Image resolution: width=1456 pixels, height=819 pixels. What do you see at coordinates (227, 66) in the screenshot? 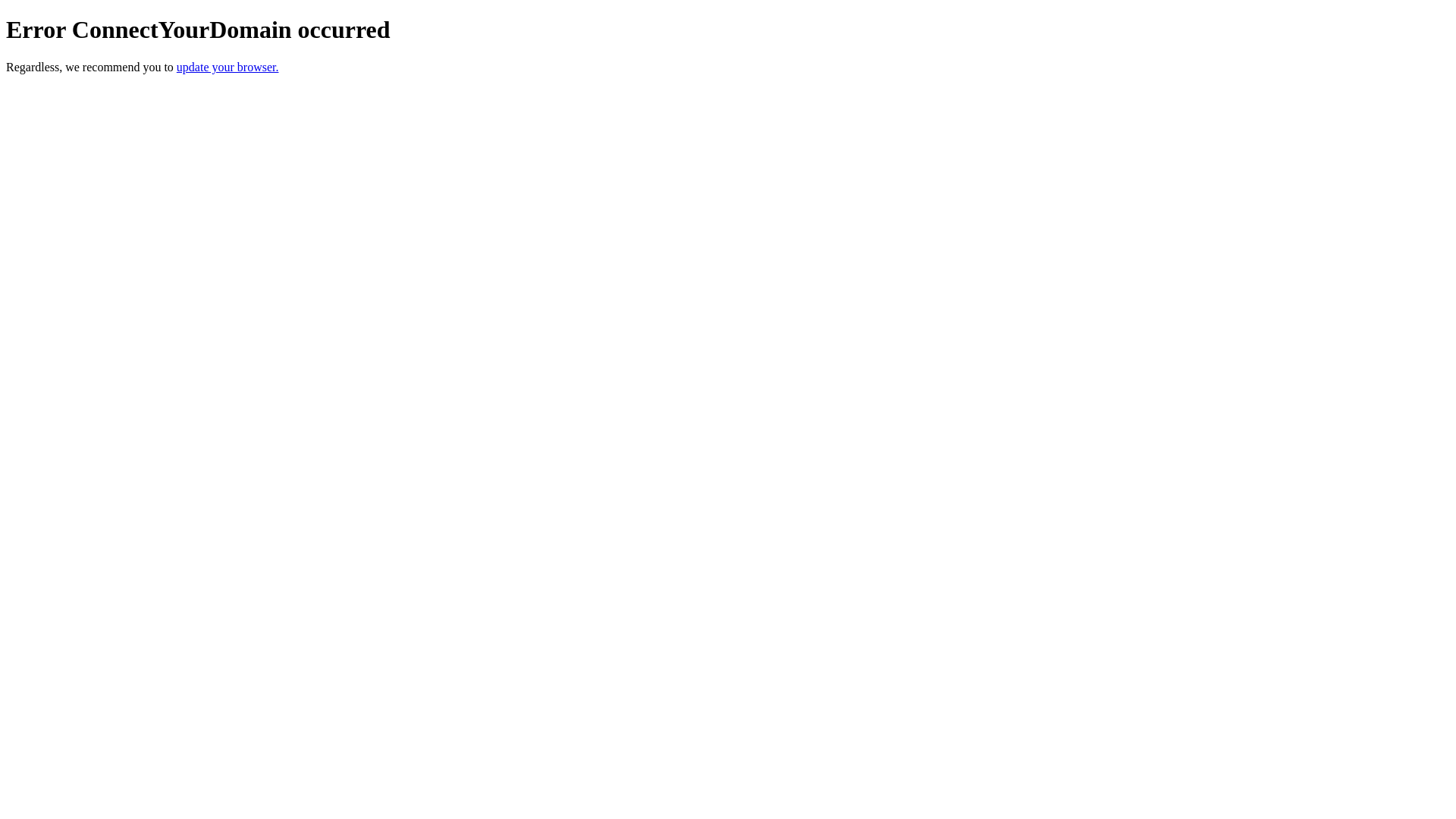
I see `'update your browser.'` at bounding box center [227, 66].